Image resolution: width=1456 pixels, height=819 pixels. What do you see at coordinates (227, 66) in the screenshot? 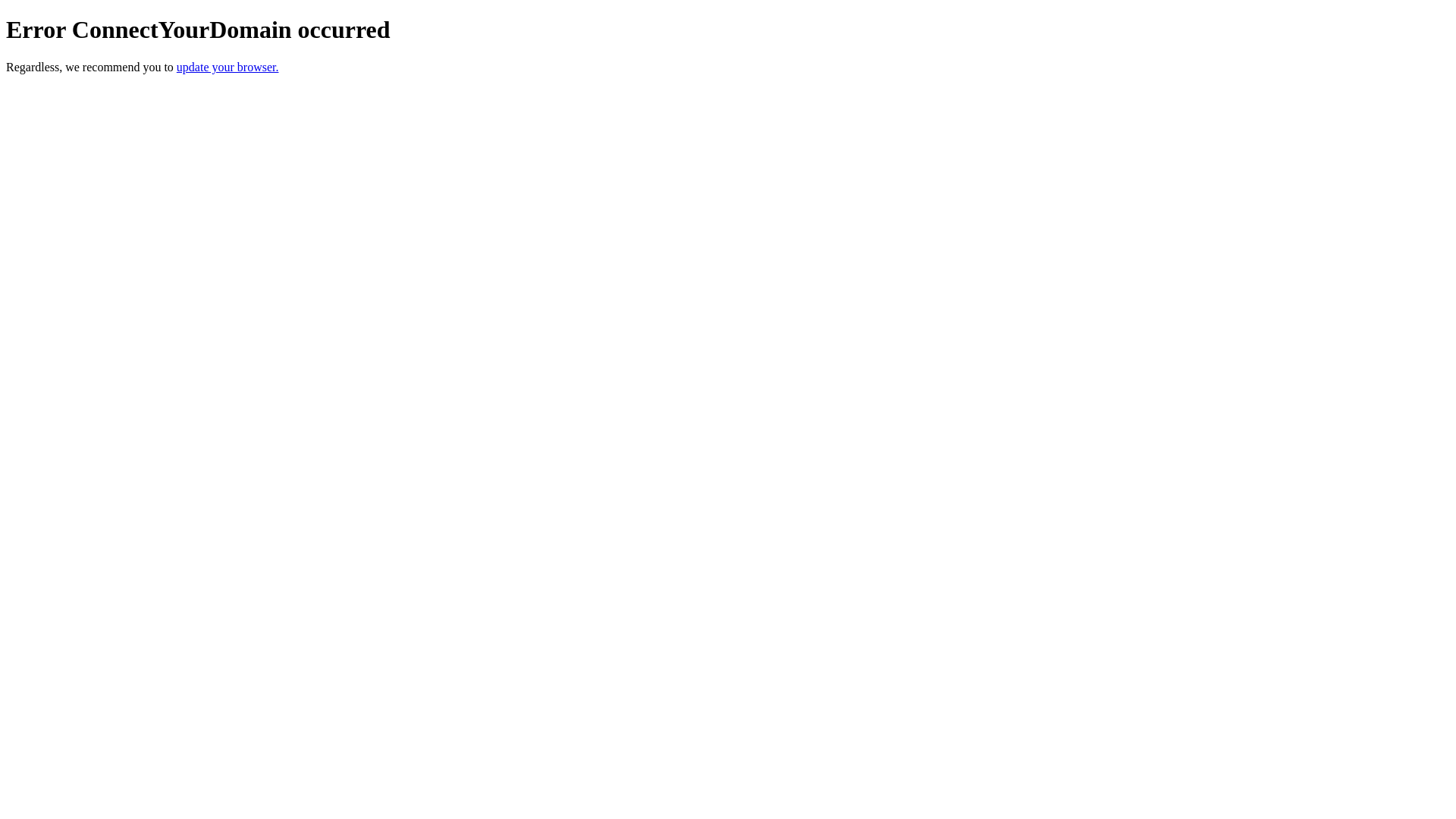
I see `'update your browser.'` at bounding box center [227, 66].